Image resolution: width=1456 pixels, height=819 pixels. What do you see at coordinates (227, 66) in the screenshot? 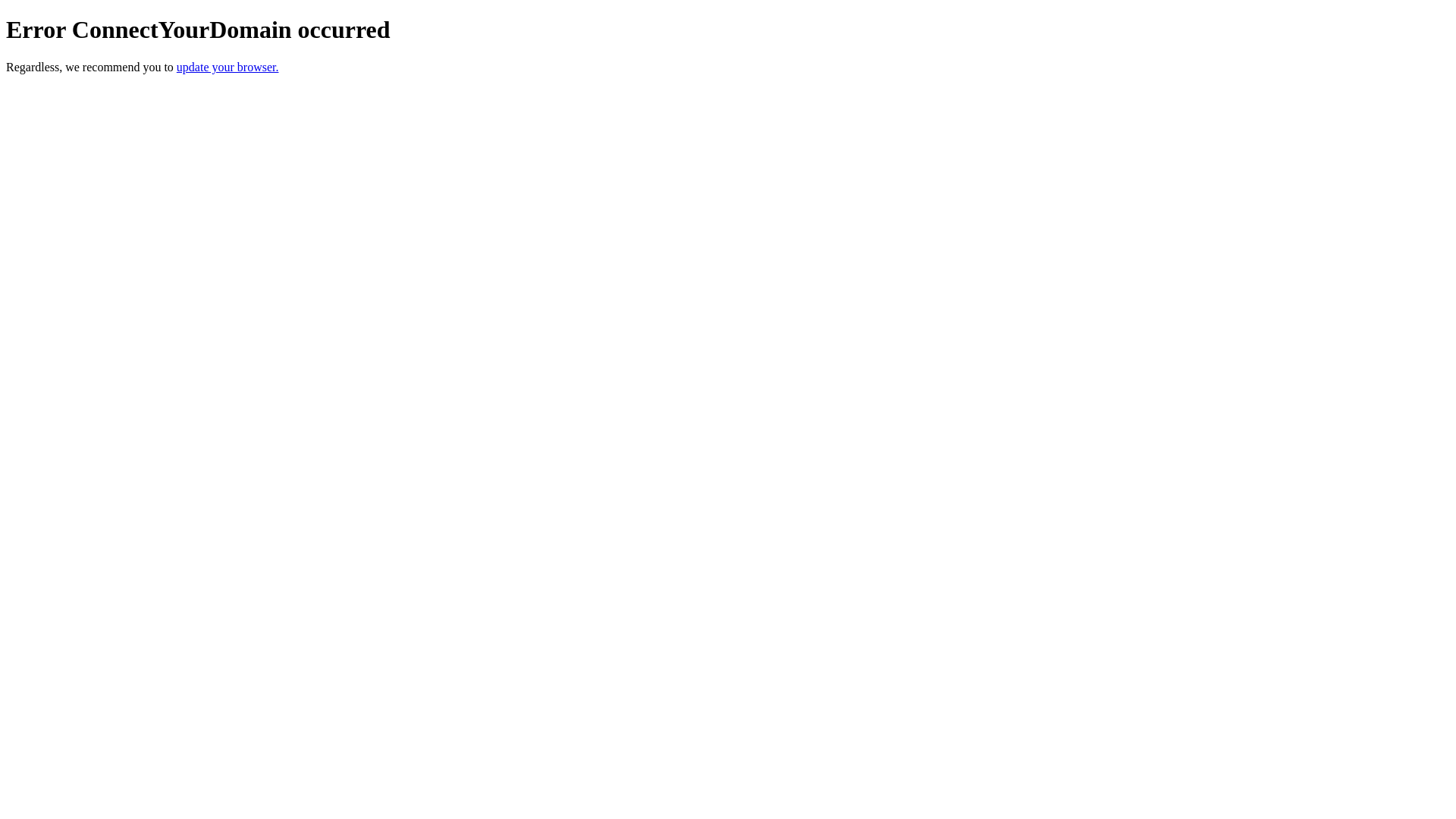
I see `'update your browser.'` at bounding box center [227, 66].